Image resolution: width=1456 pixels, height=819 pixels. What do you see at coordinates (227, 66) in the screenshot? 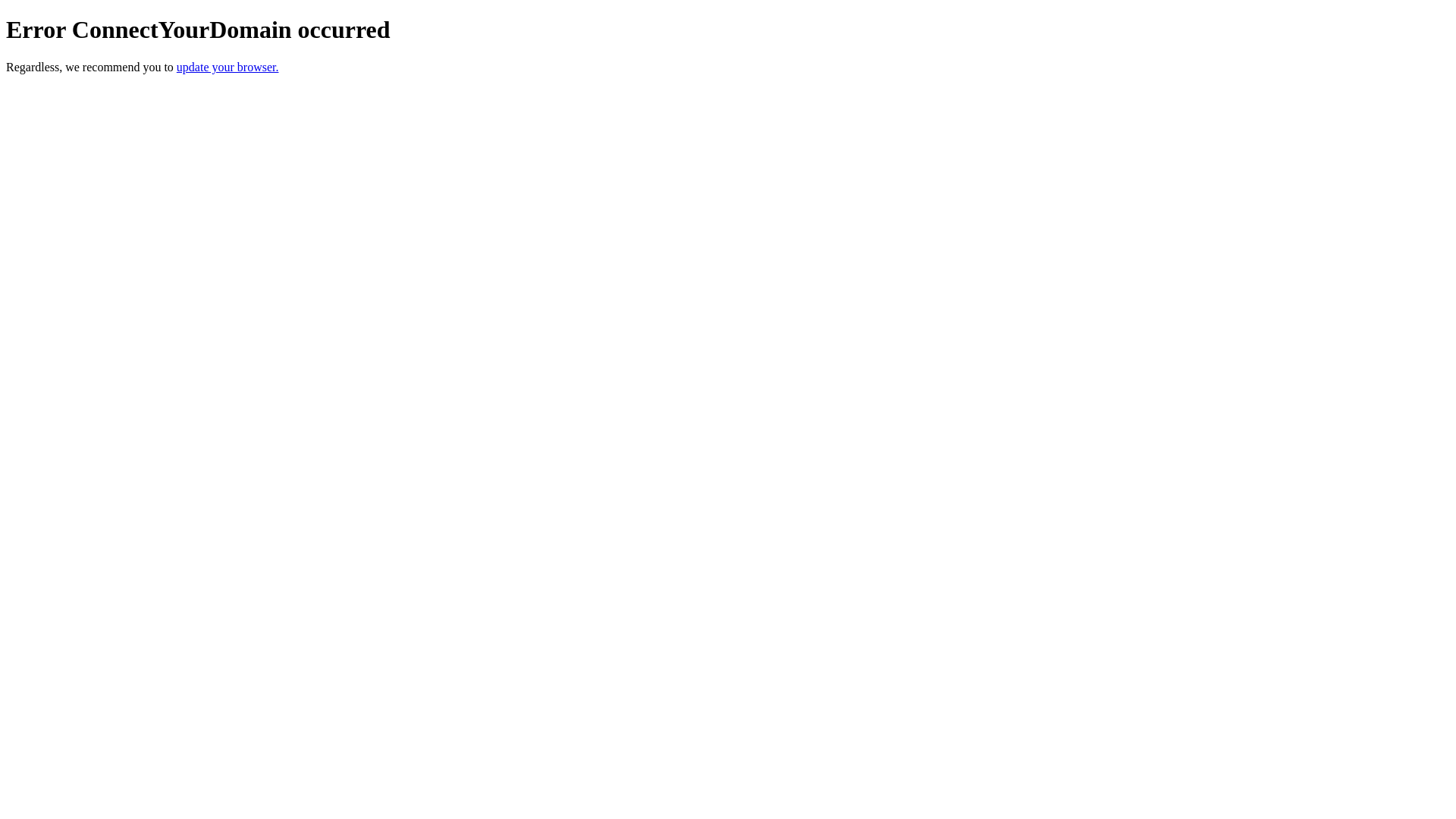
I see `'update your browser.'` at bounding box center [227, 66].